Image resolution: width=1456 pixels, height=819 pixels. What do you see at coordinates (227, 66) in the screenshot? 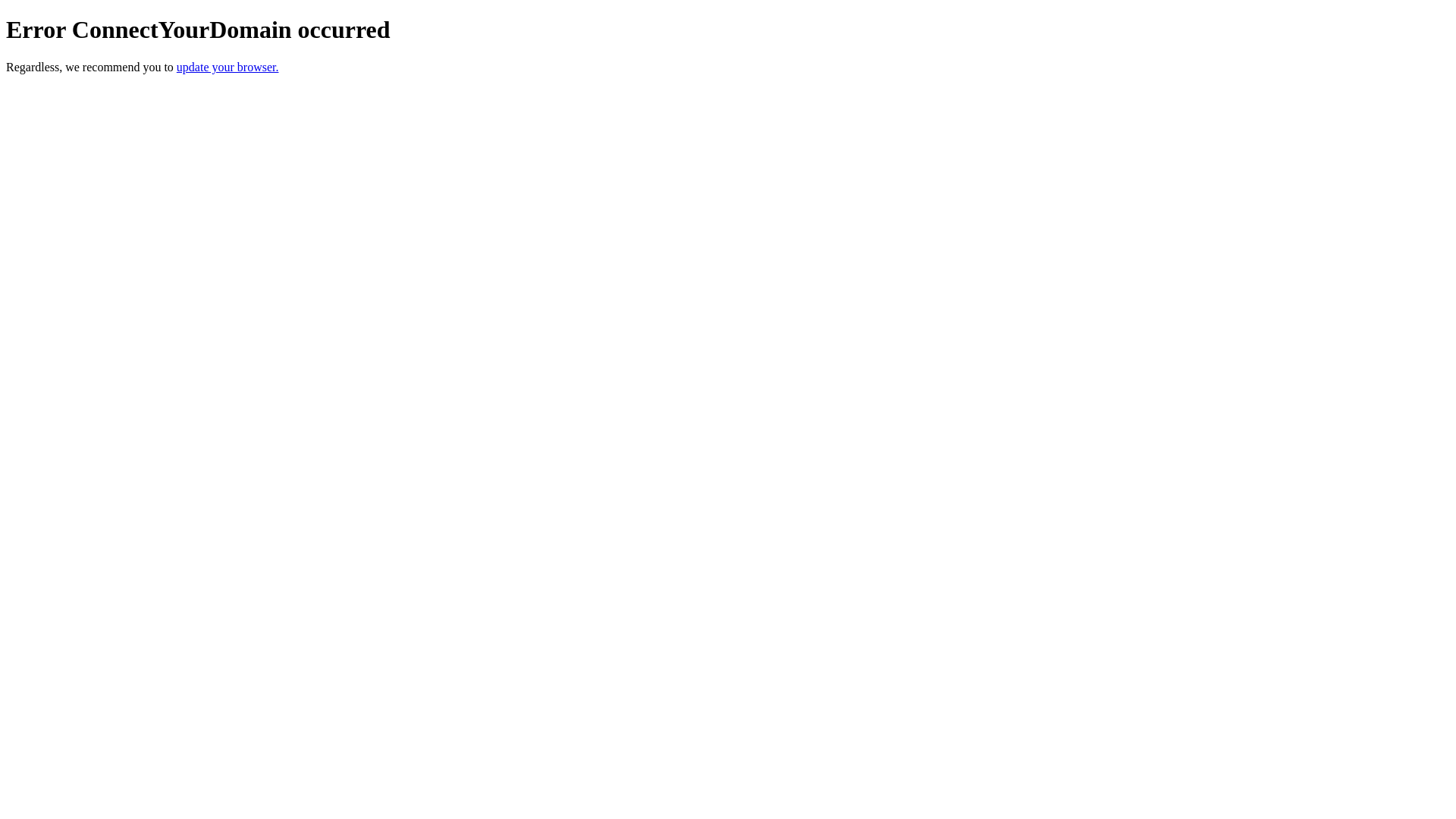
I see `'update your browser.'` at bounding box center [227, 66].